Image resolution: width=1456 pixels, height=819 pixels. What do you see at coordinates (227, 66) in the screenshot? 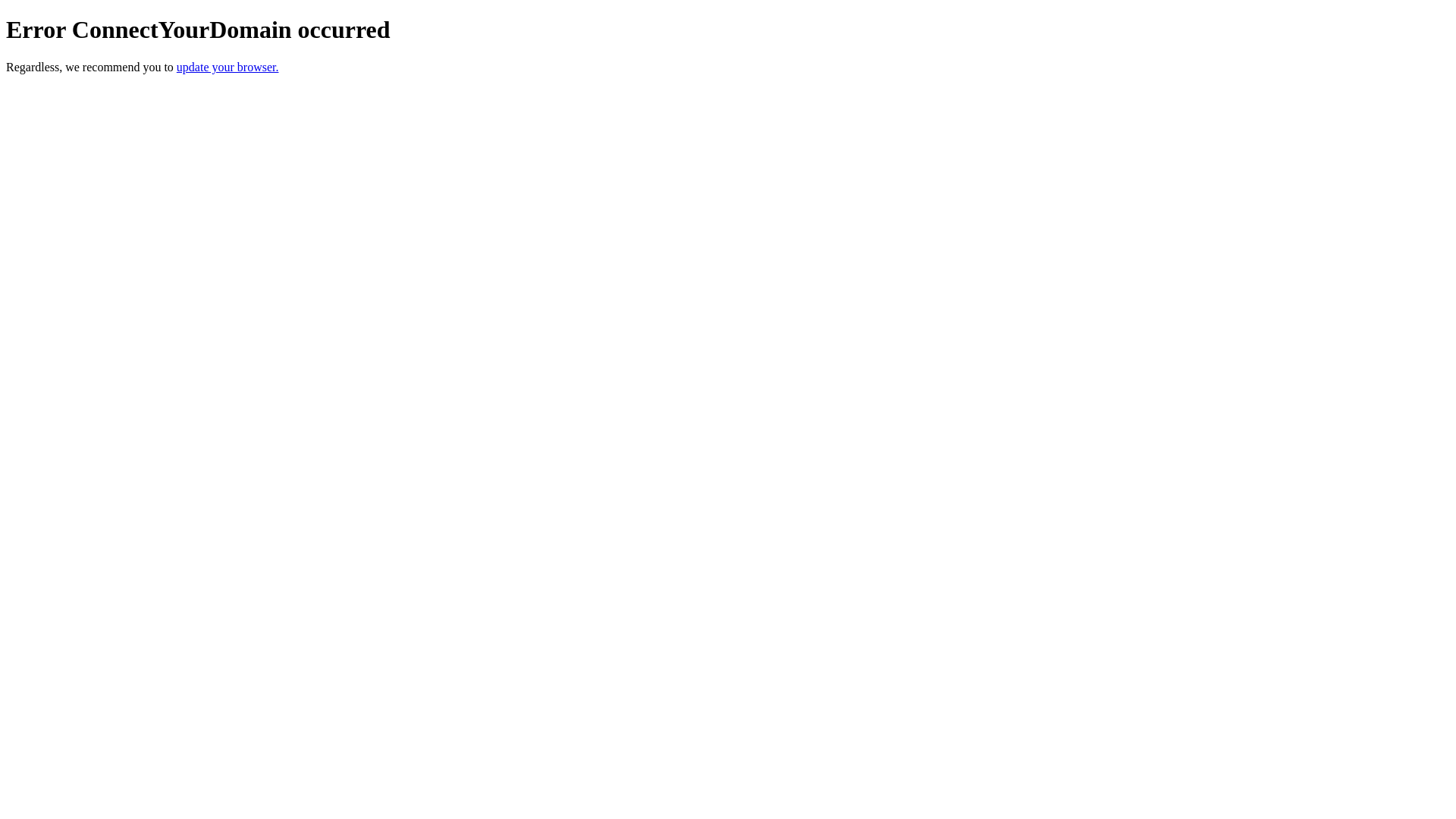
I see `'update your browser.'` at bounding box center [227, 66].